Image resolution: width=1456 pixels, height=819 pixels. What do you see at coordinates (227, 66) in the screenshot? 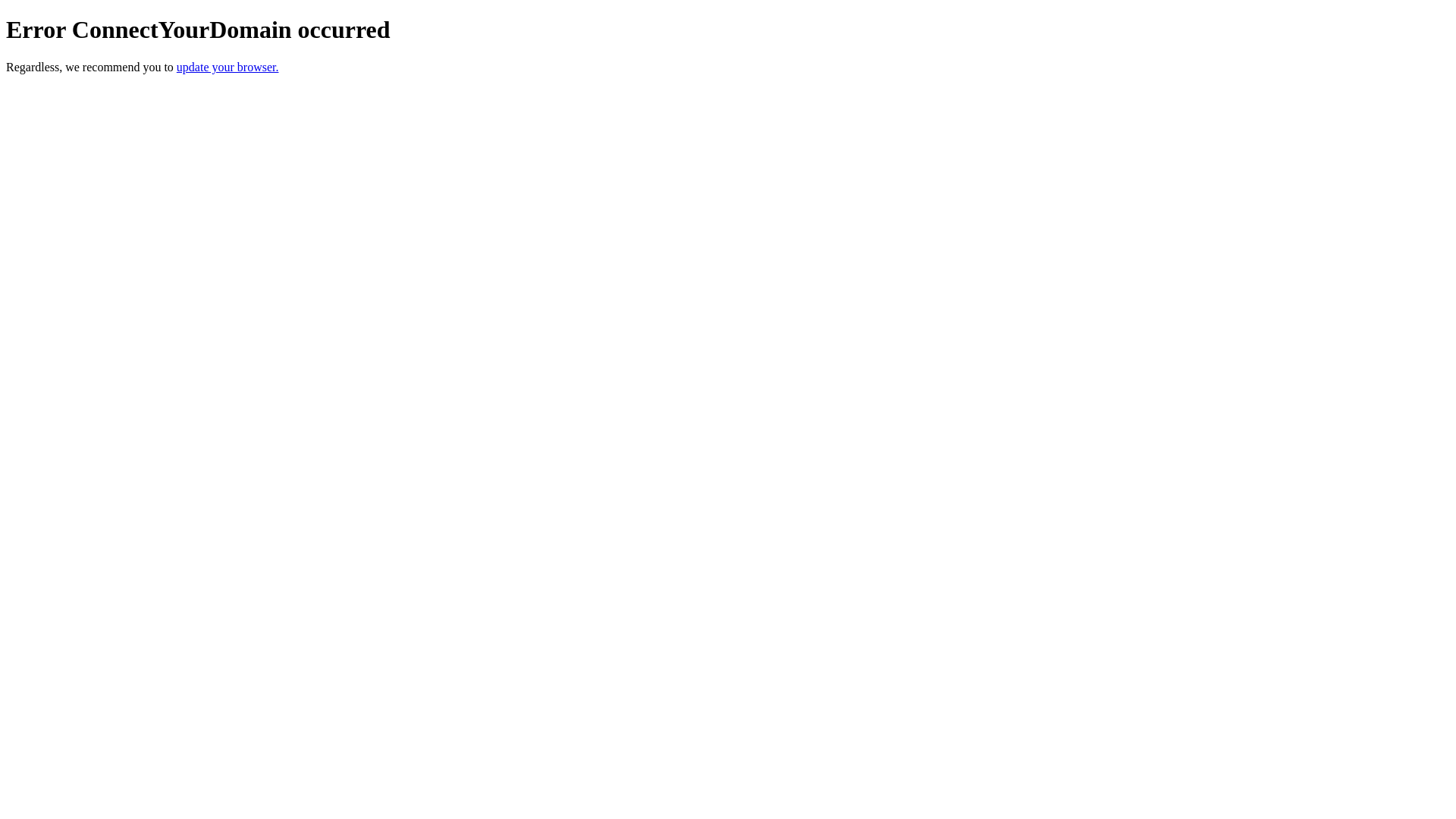
I see `'update your browser.'` at bounding box center [227, 66].